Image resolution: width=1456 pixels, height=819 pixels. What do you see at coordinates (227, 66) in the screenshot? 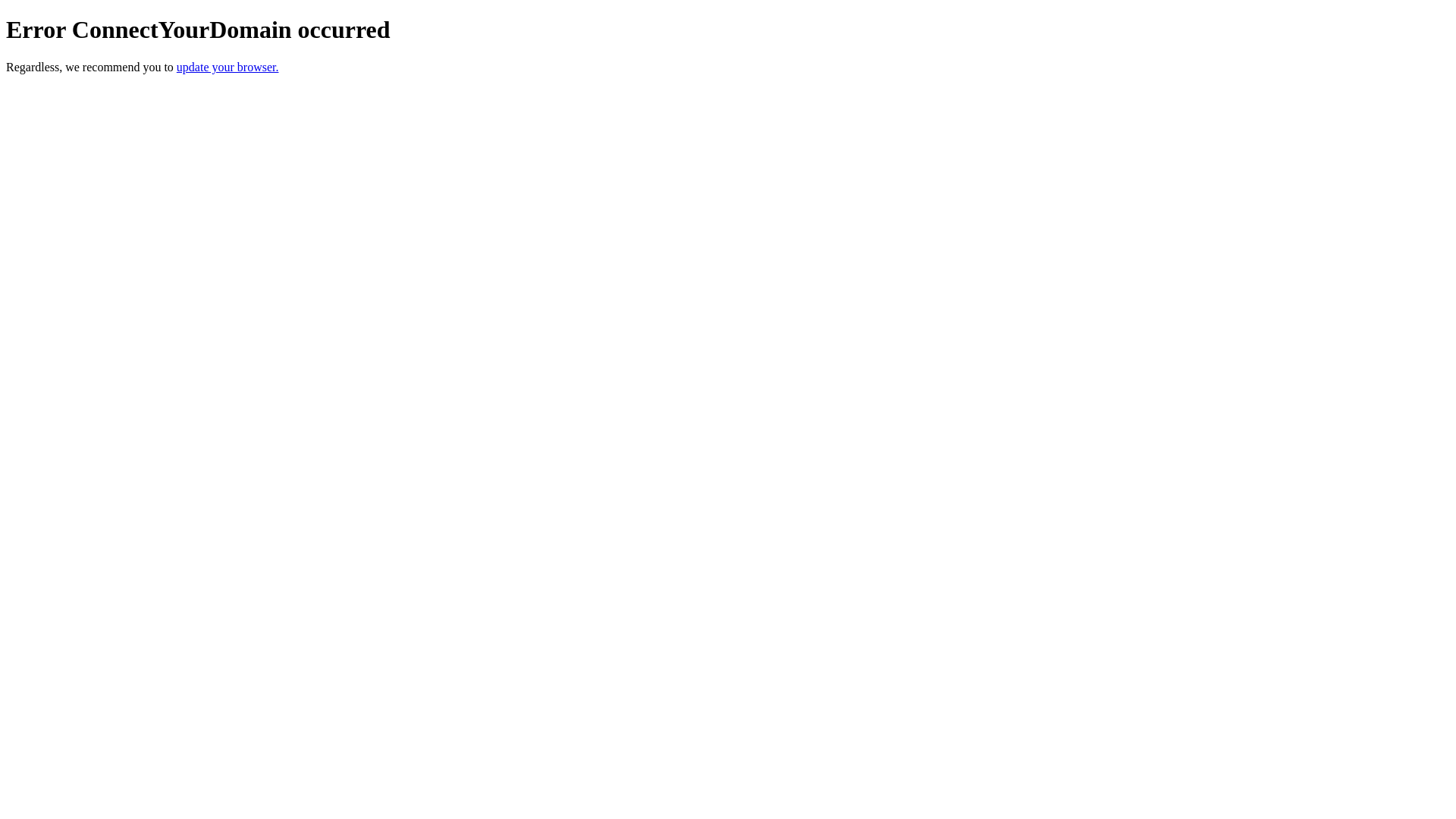
I see `'update your browser.'` at bounding box center [227, 66].